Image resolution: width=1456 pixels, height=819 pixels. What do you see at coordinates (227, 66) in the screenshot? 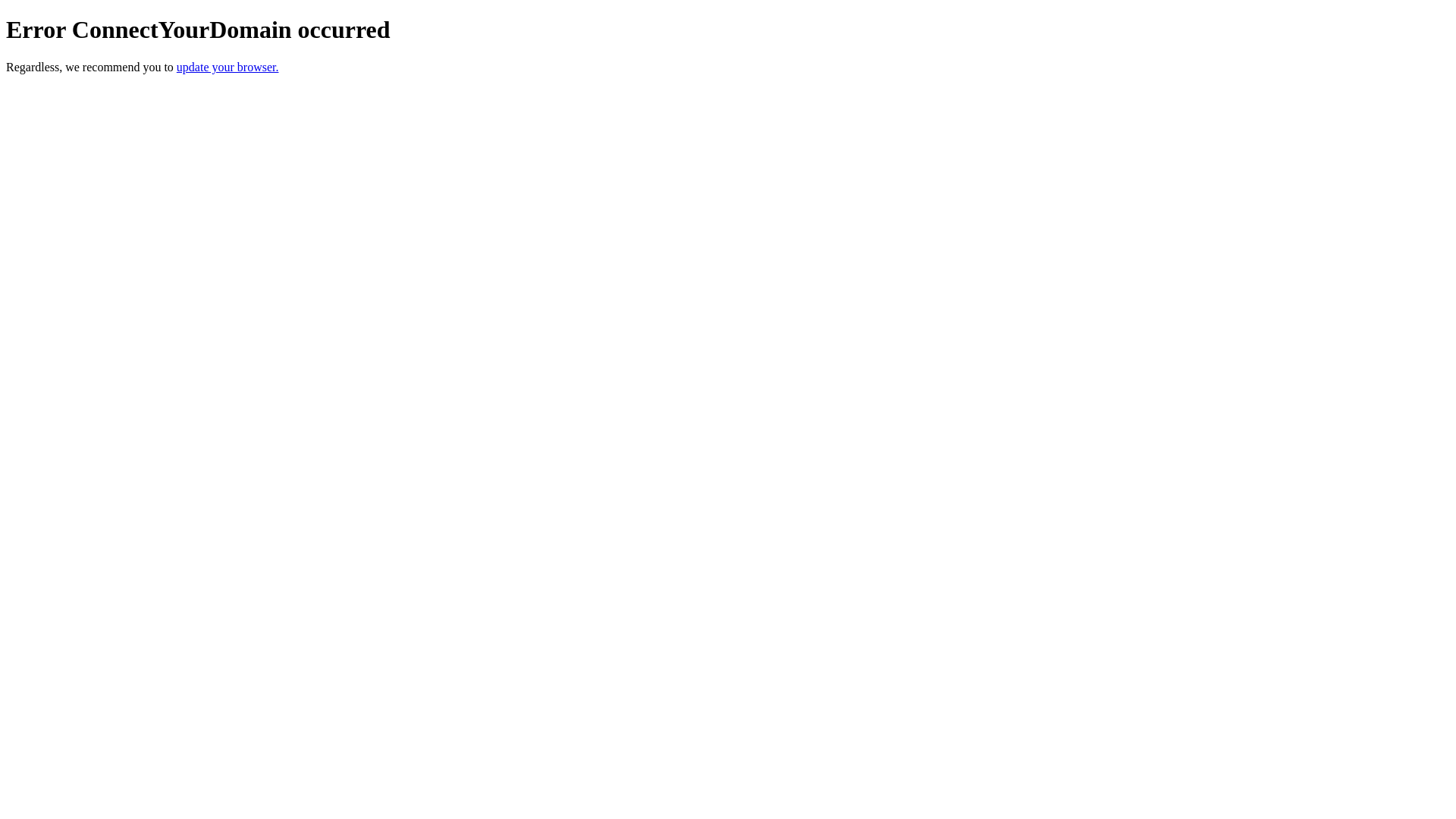
I see `'update your browser.'` at bounding box center [227, 66].